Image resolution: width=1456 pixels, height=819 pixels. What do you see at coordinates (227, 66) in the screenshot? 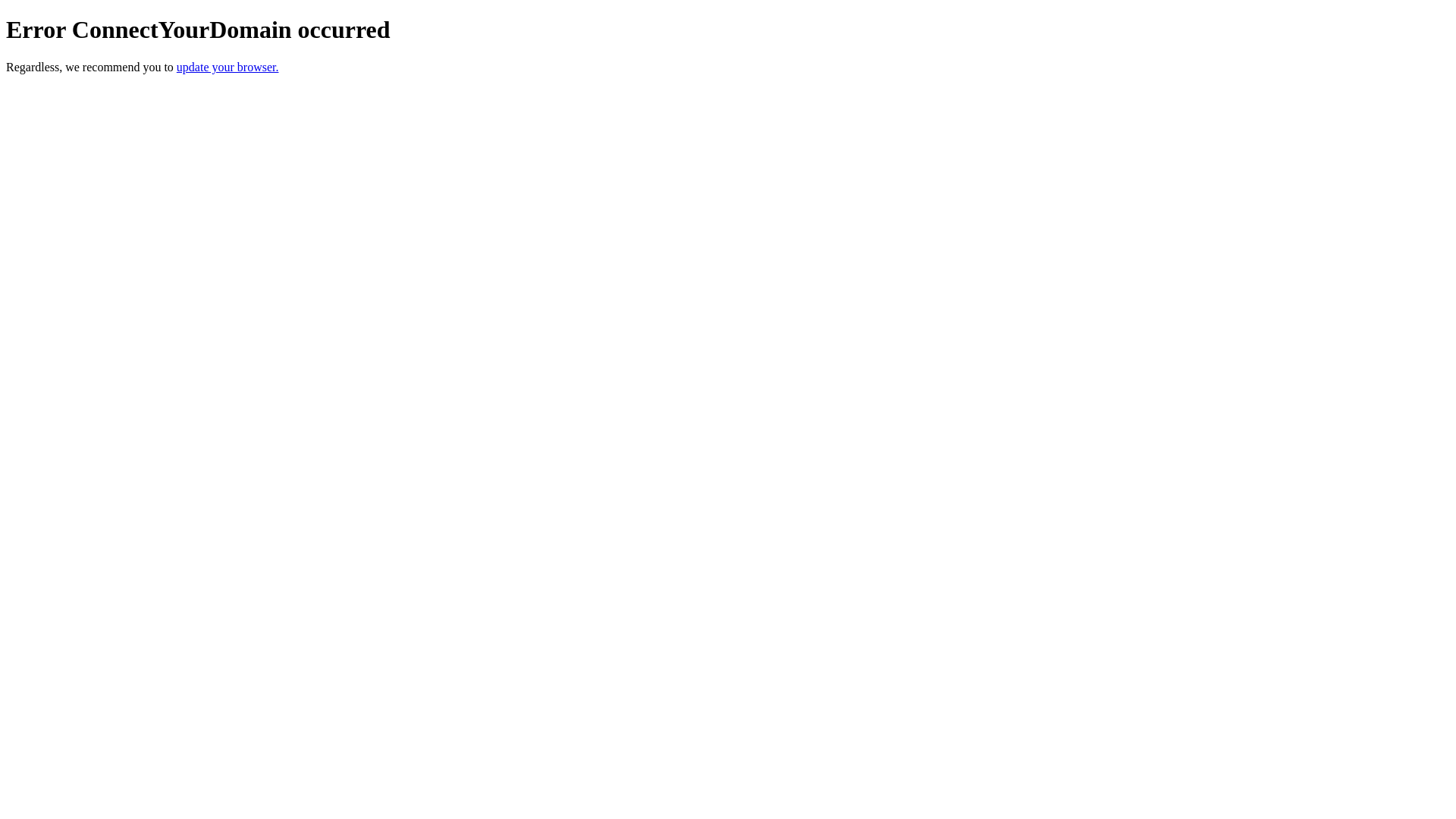
I see `'update your browser.'` at bounding box center [227, 66].